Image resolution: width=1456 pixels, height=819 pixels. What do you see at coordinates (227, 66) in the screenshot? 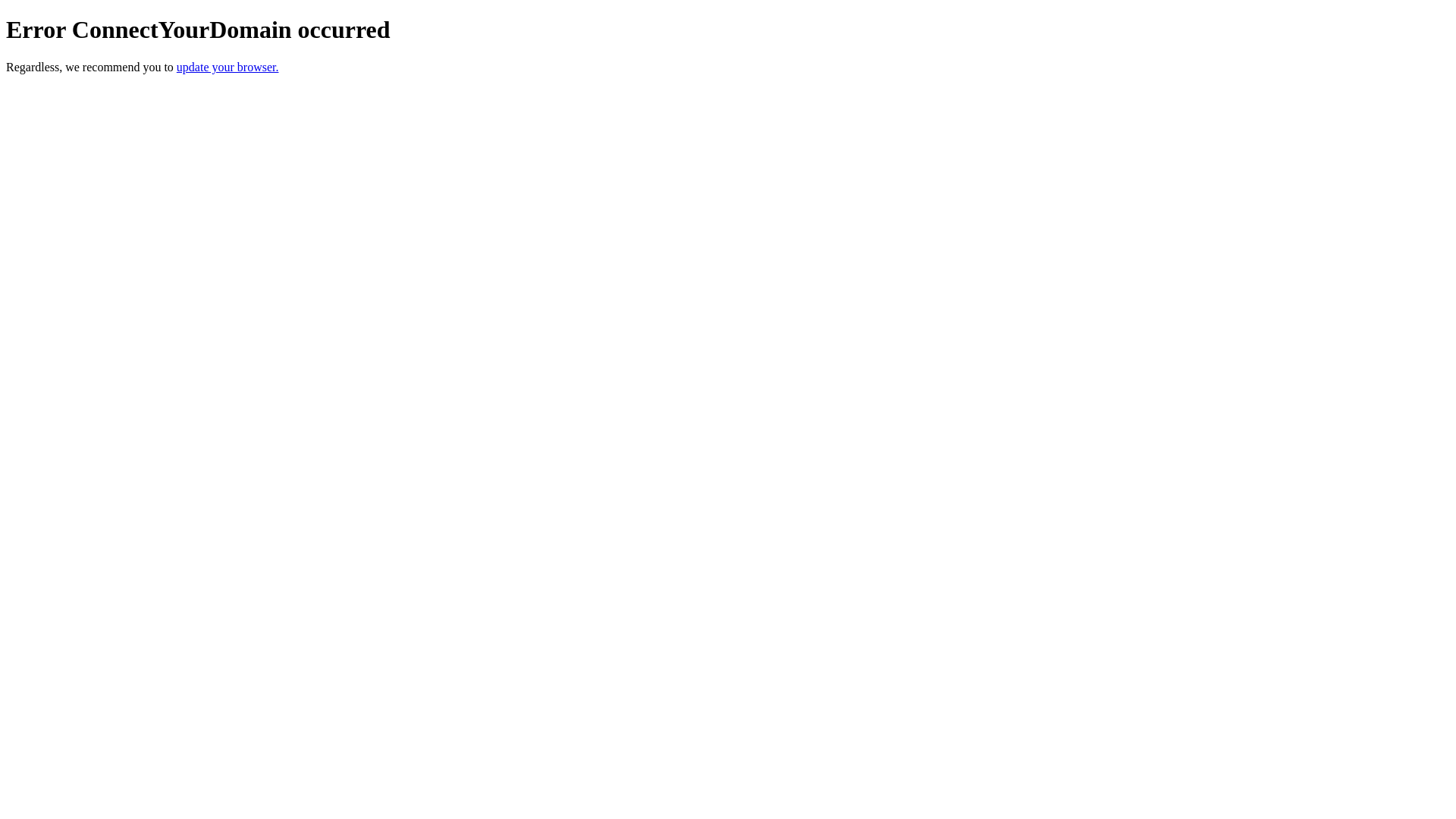
I see `'update your browser.'` at bounding box center [227, 66].